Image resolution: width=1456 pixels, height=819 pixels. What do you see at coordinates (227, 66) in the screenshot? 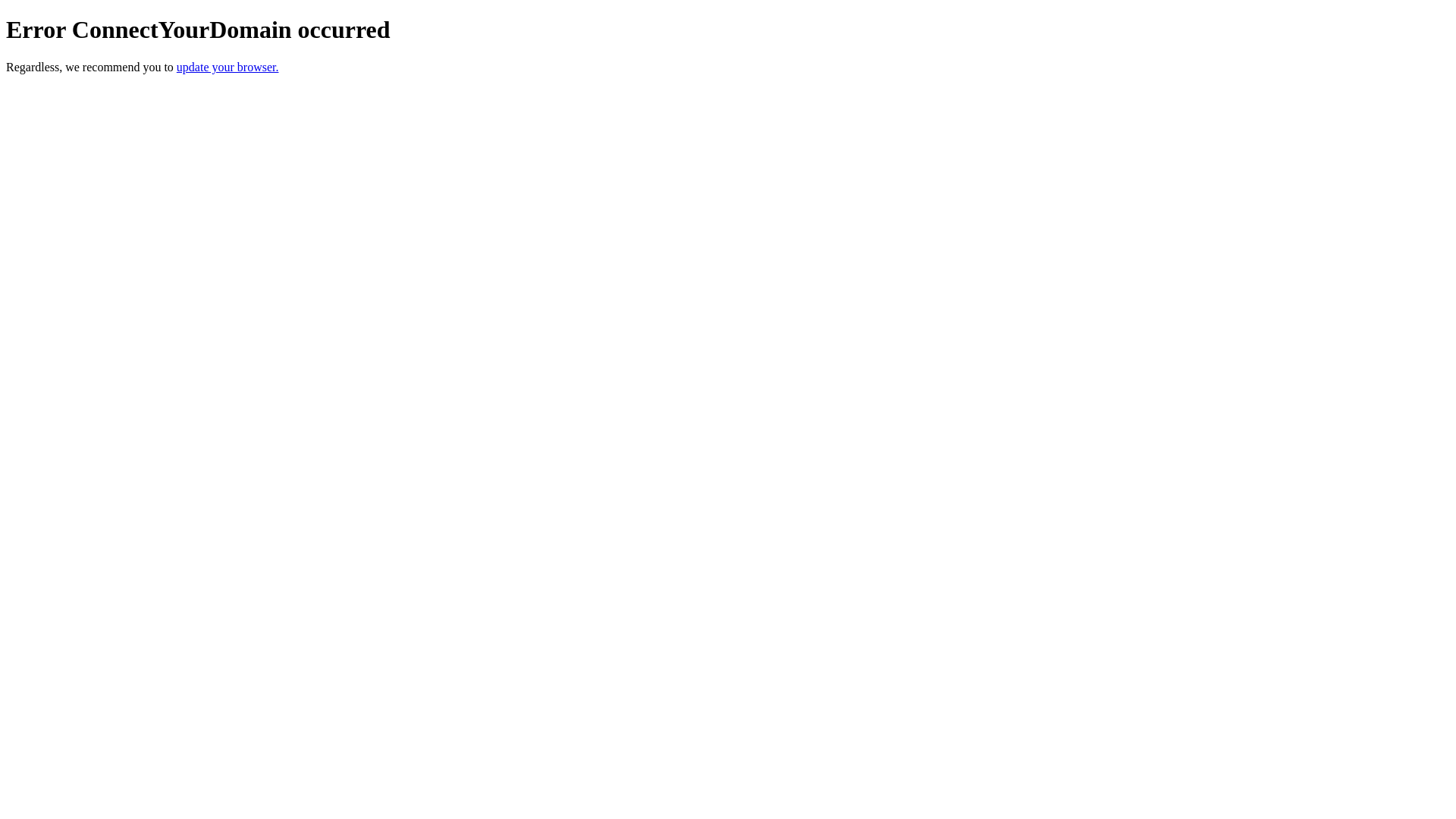
I see `'update your browser.'` at bounding box center [227, 66].